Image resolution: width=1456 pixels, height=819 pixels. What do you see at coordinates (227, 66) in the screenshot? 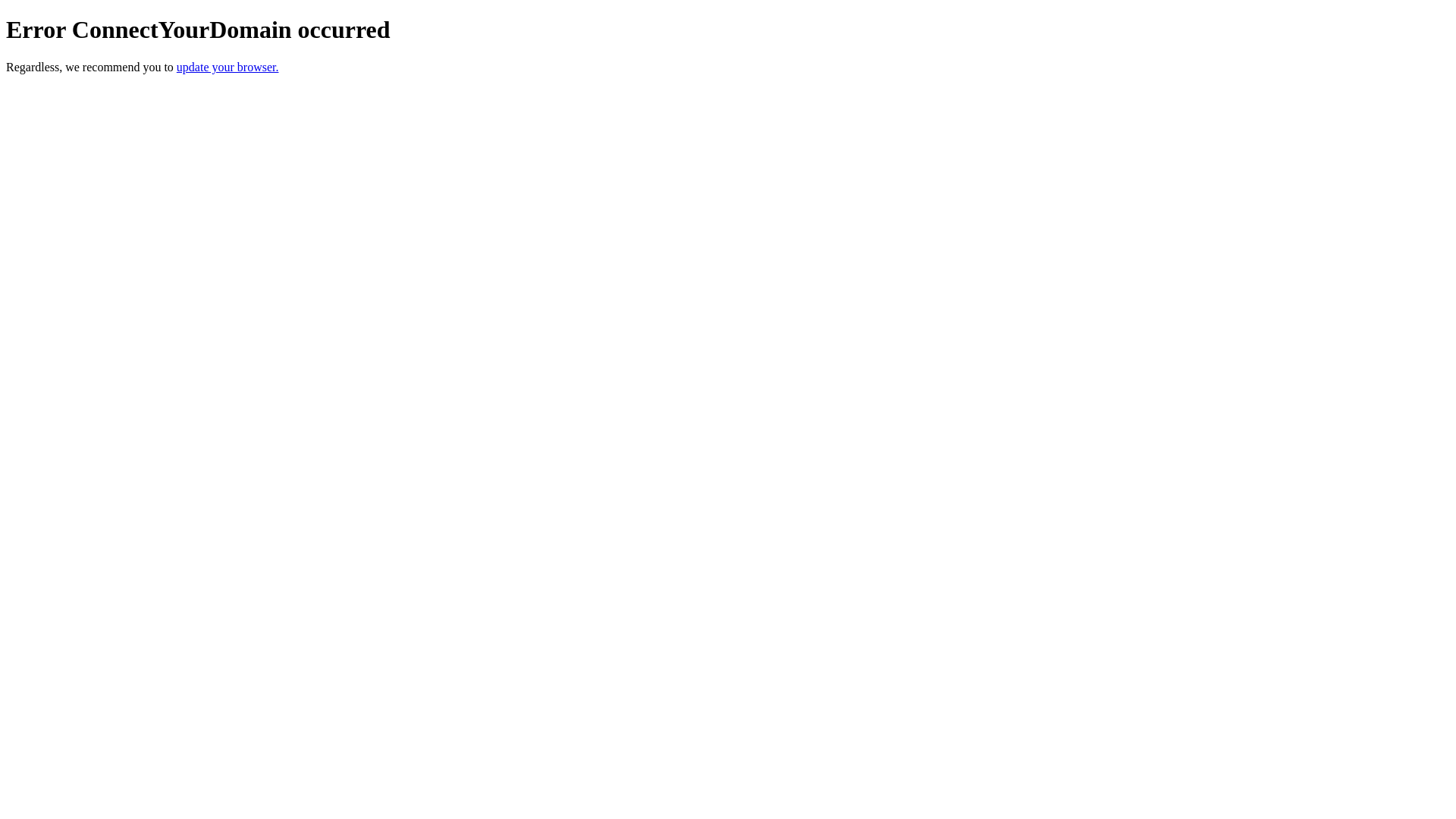
I see `'update your browser.'` at bounding box center [227, 66].